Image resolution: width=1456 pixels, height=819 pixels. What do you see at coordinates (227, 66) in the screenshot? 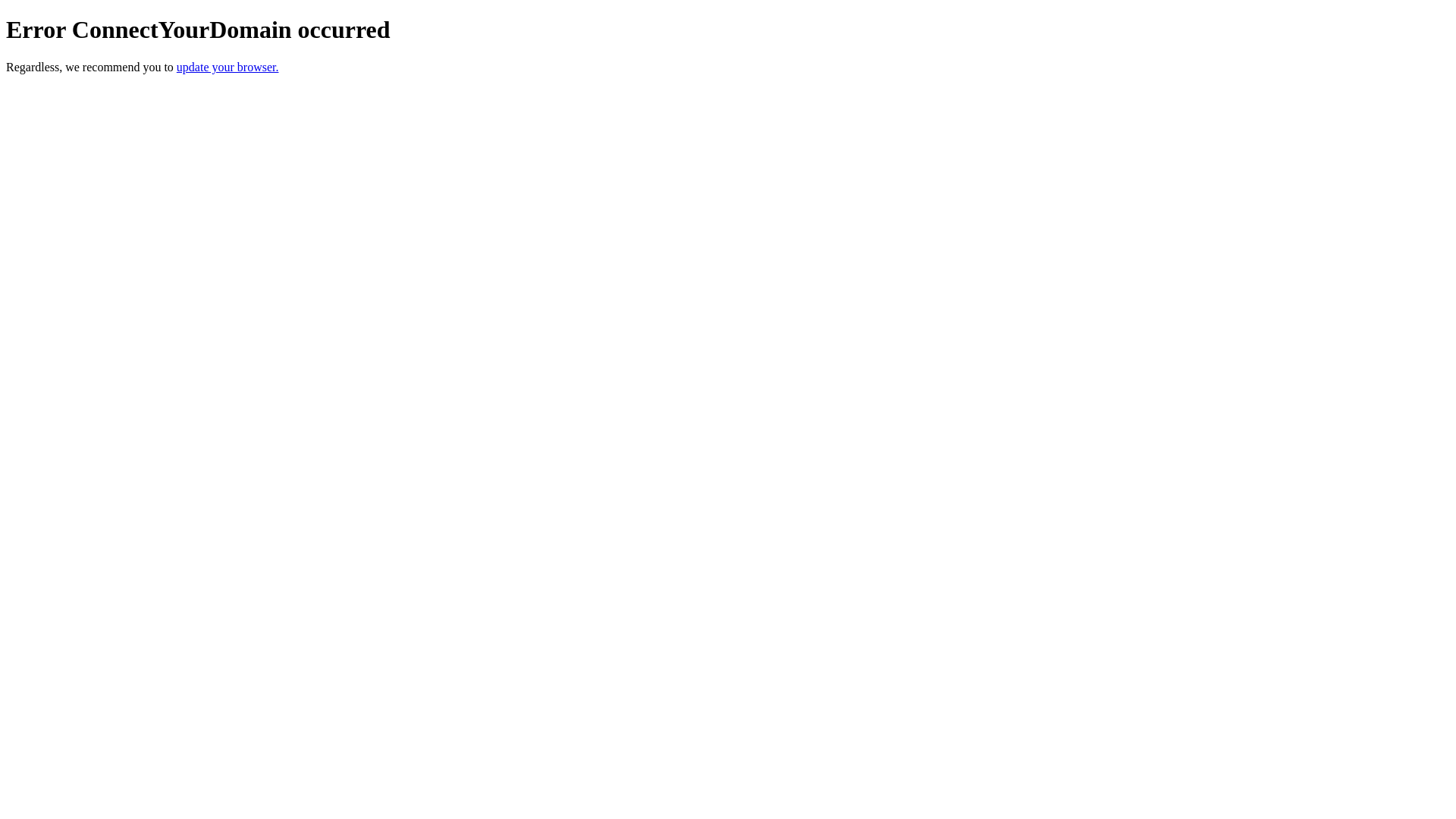
I see `'update your browser.'` at bounding box center [227, 66].